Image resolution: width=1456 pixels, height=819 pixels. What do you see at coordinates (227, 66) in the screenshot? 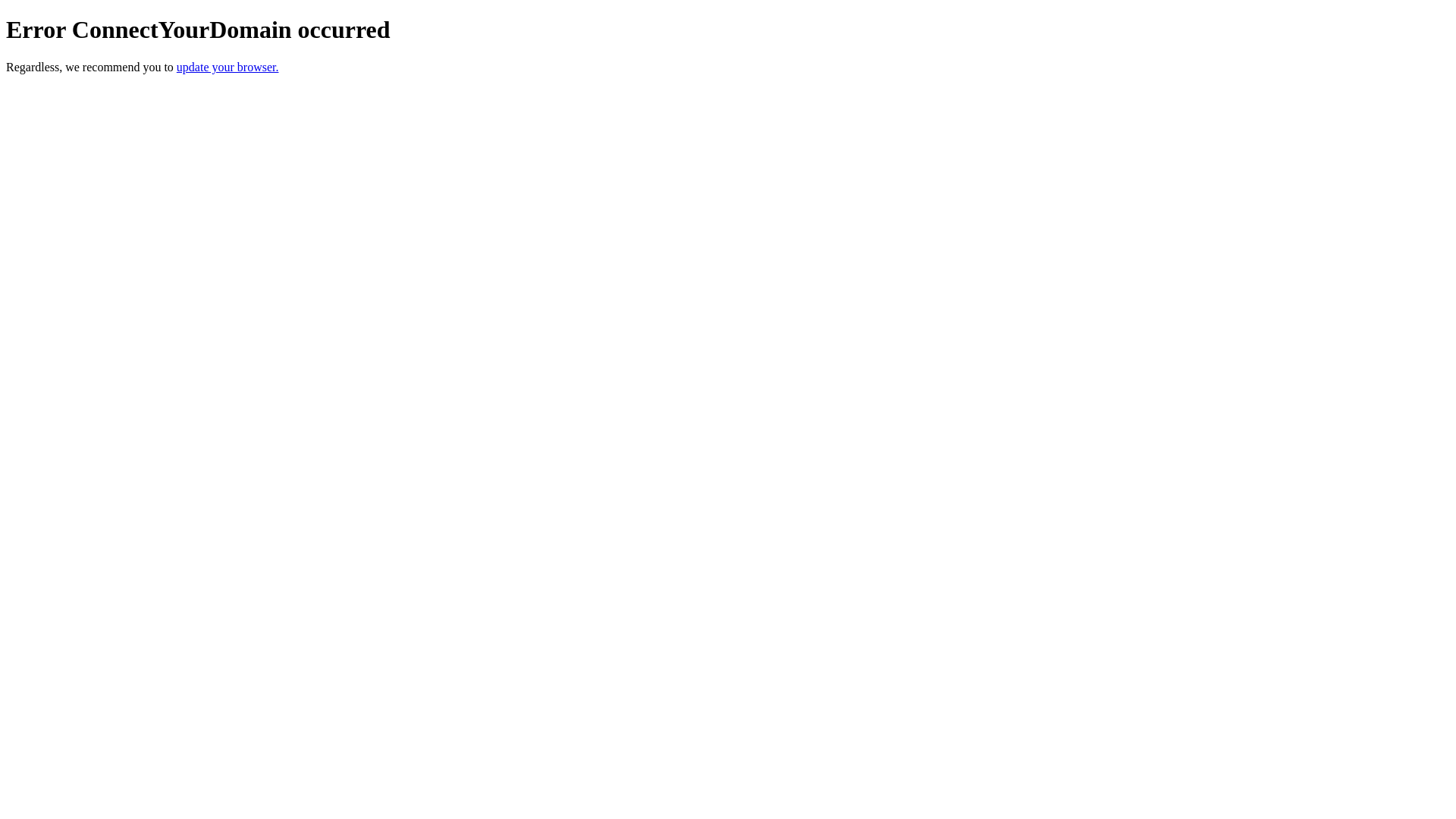
I see `'update your browser.'` at bounding box center [227, 66].